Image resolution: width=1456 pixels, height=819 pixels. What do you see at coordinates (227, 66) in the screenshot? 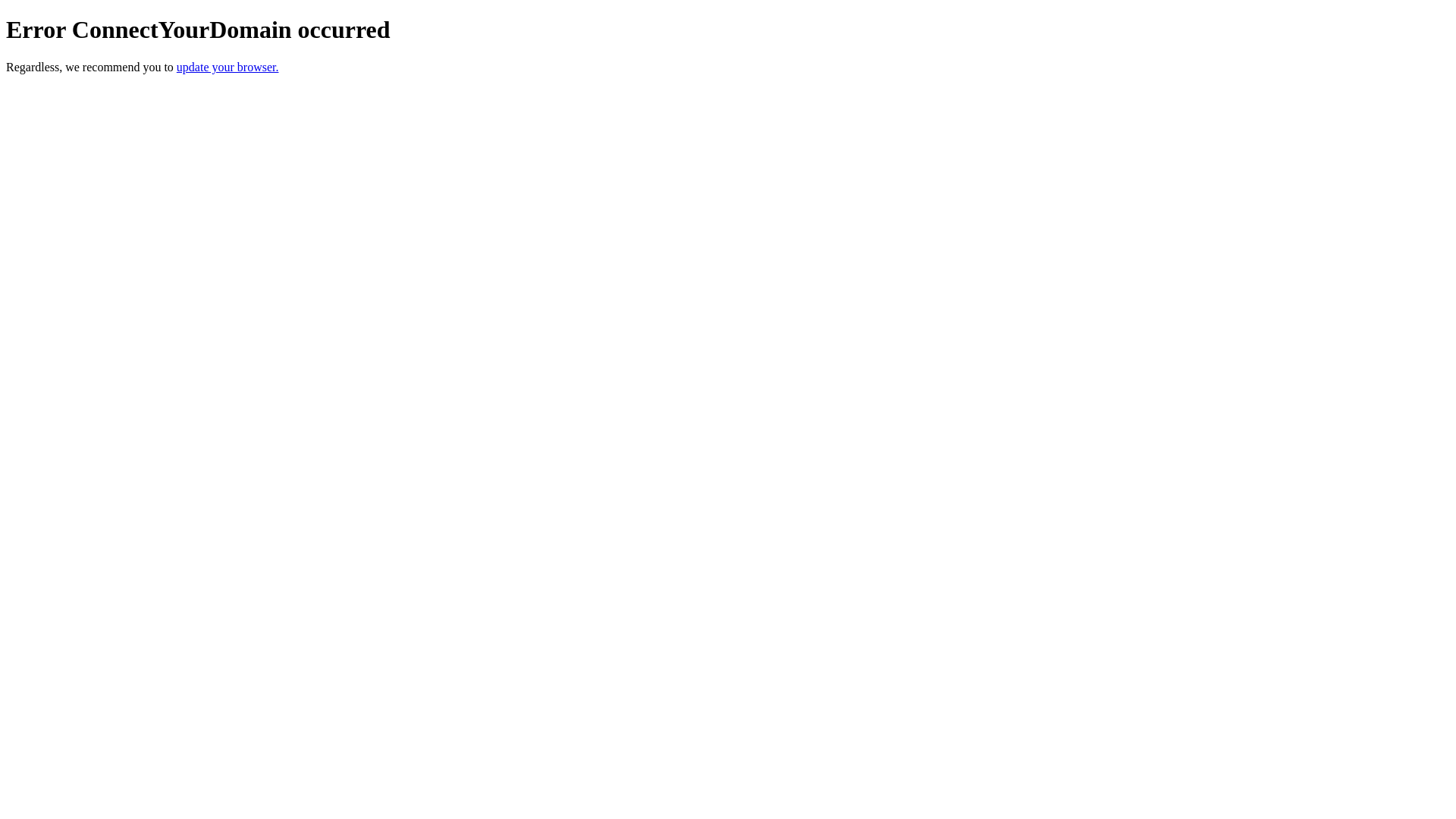
I see `'update your browser.'` at bounding box center [227, 66].